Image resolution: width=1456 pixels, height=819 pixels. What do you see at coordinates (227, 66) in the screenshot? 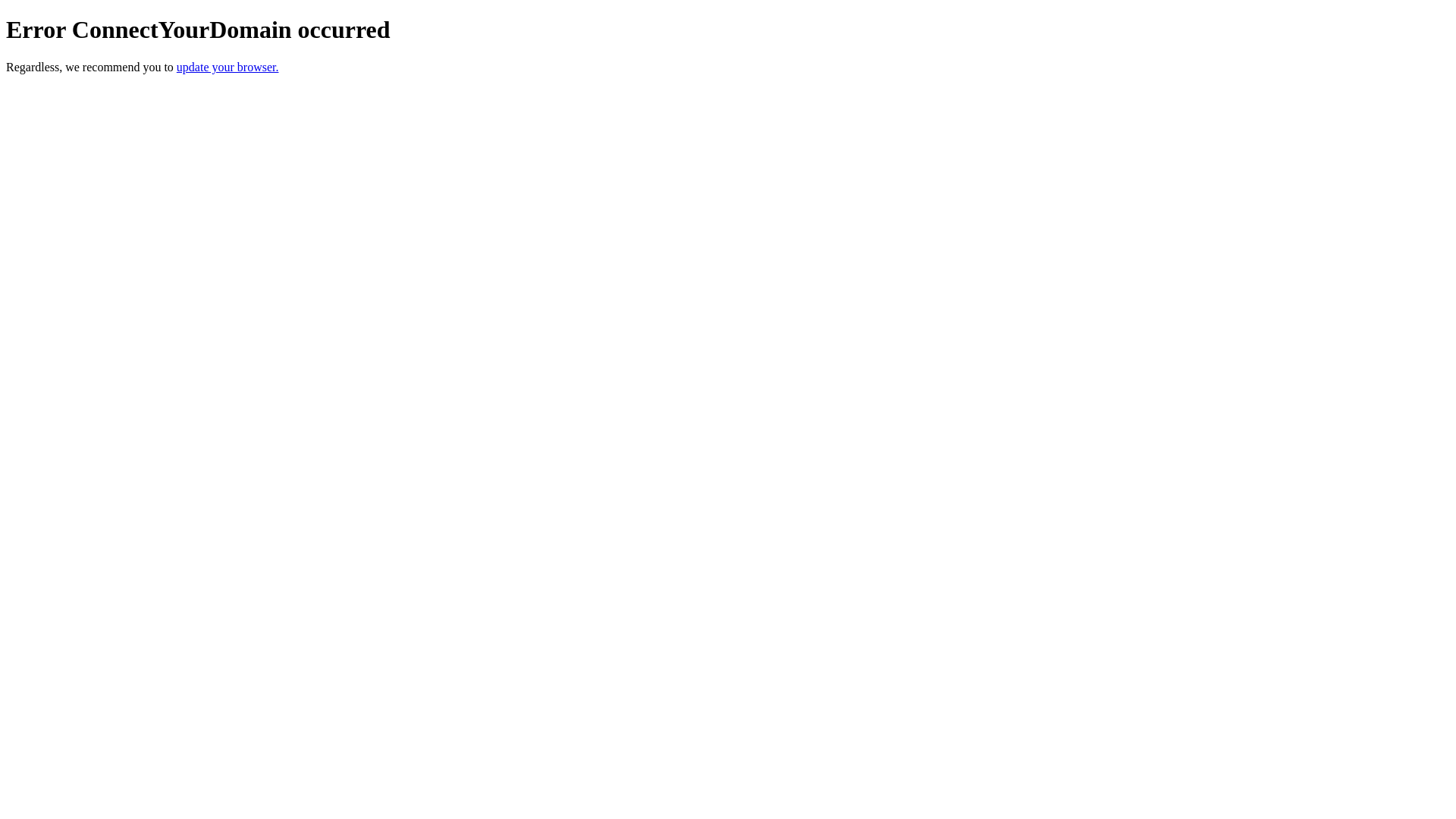
I see `'update your browser.'` at bounding box center [227, 66].